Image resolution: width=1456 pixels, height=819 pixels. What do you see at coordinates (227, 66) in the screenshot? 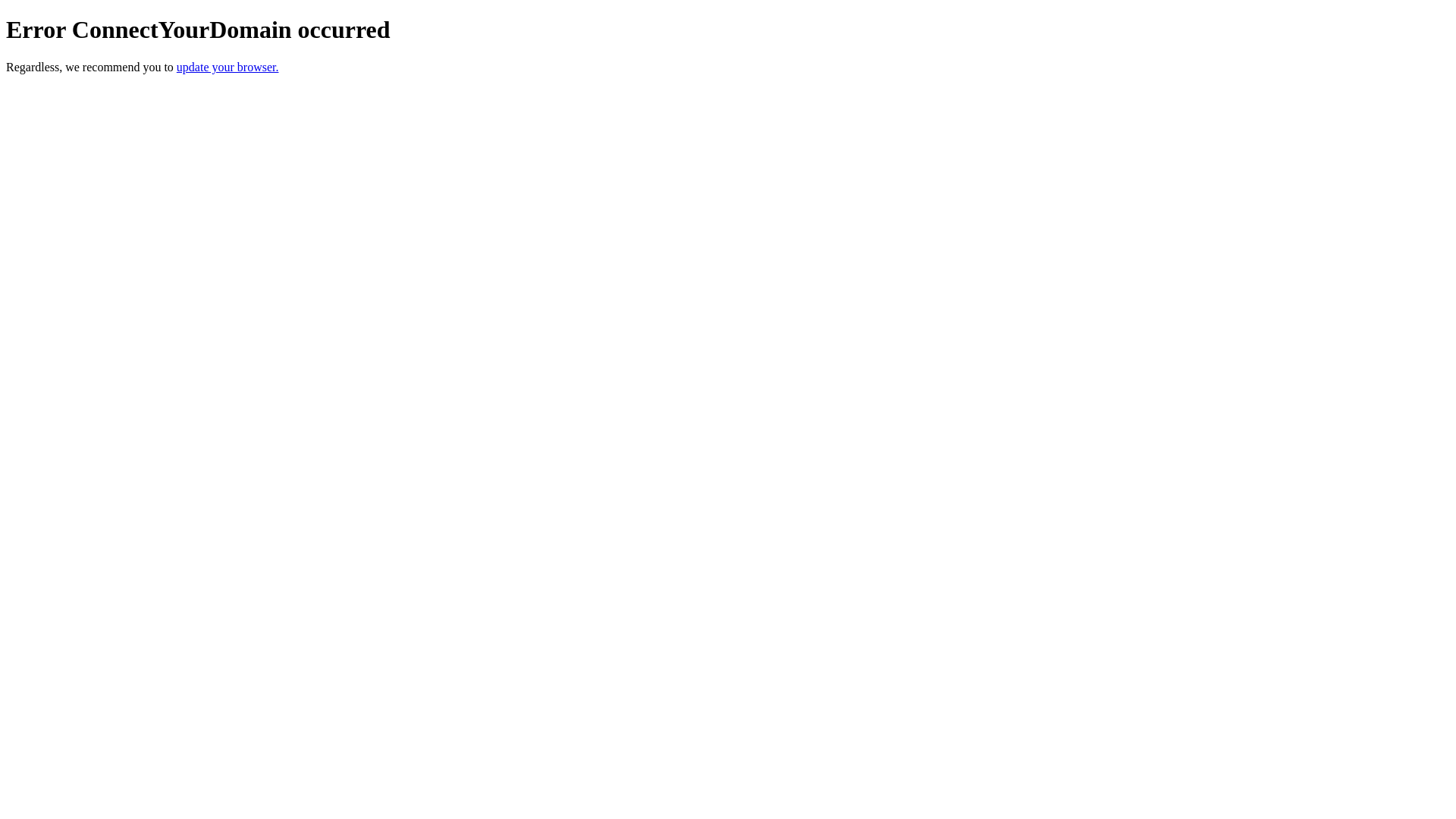
I see `'update your browser.'` at bounding box center [227, 66].